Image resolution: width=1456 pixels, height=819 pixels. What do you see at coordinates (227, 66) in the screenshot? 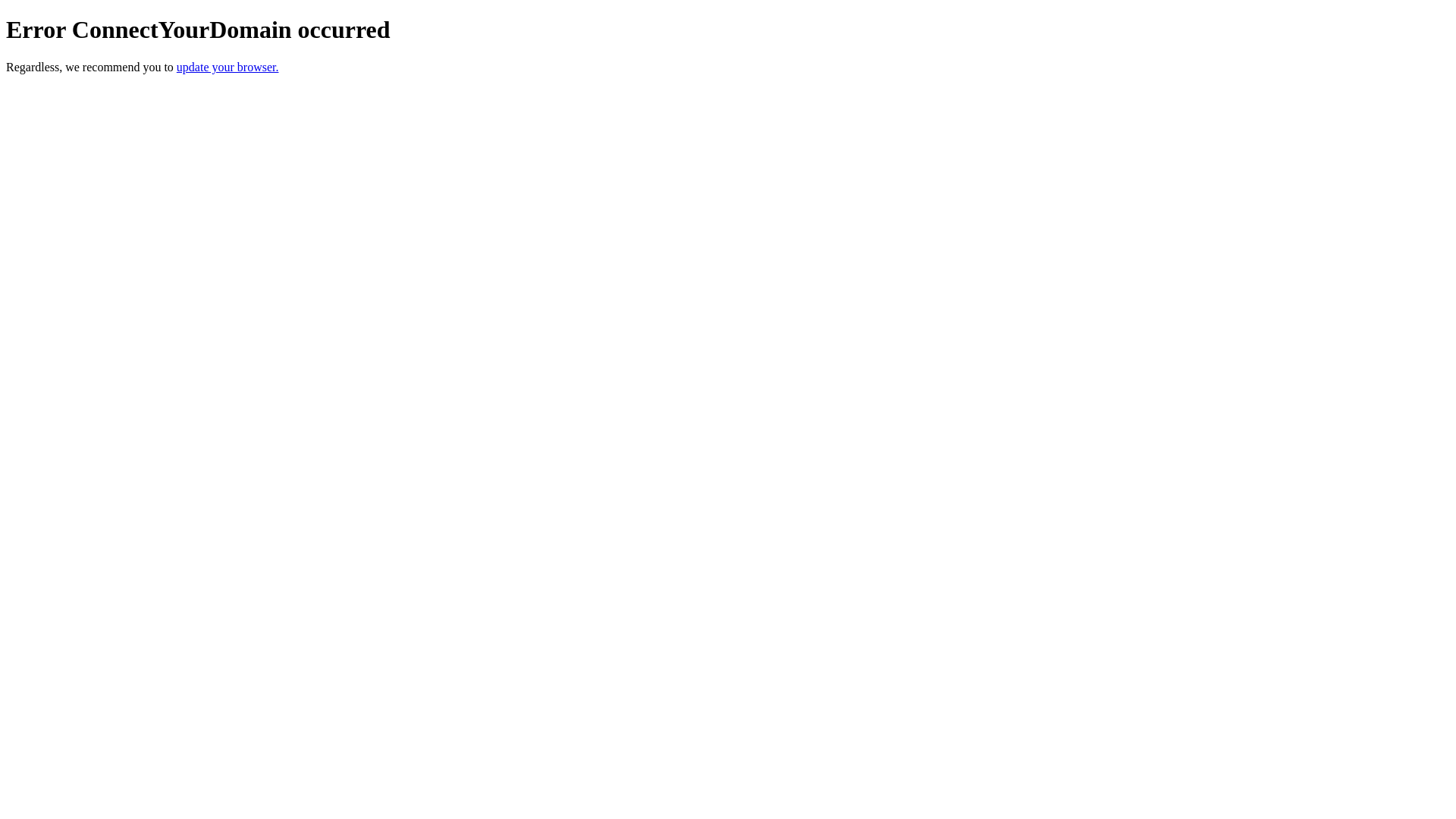
I see `'update your browser.'` at bounding box center [227, 66].